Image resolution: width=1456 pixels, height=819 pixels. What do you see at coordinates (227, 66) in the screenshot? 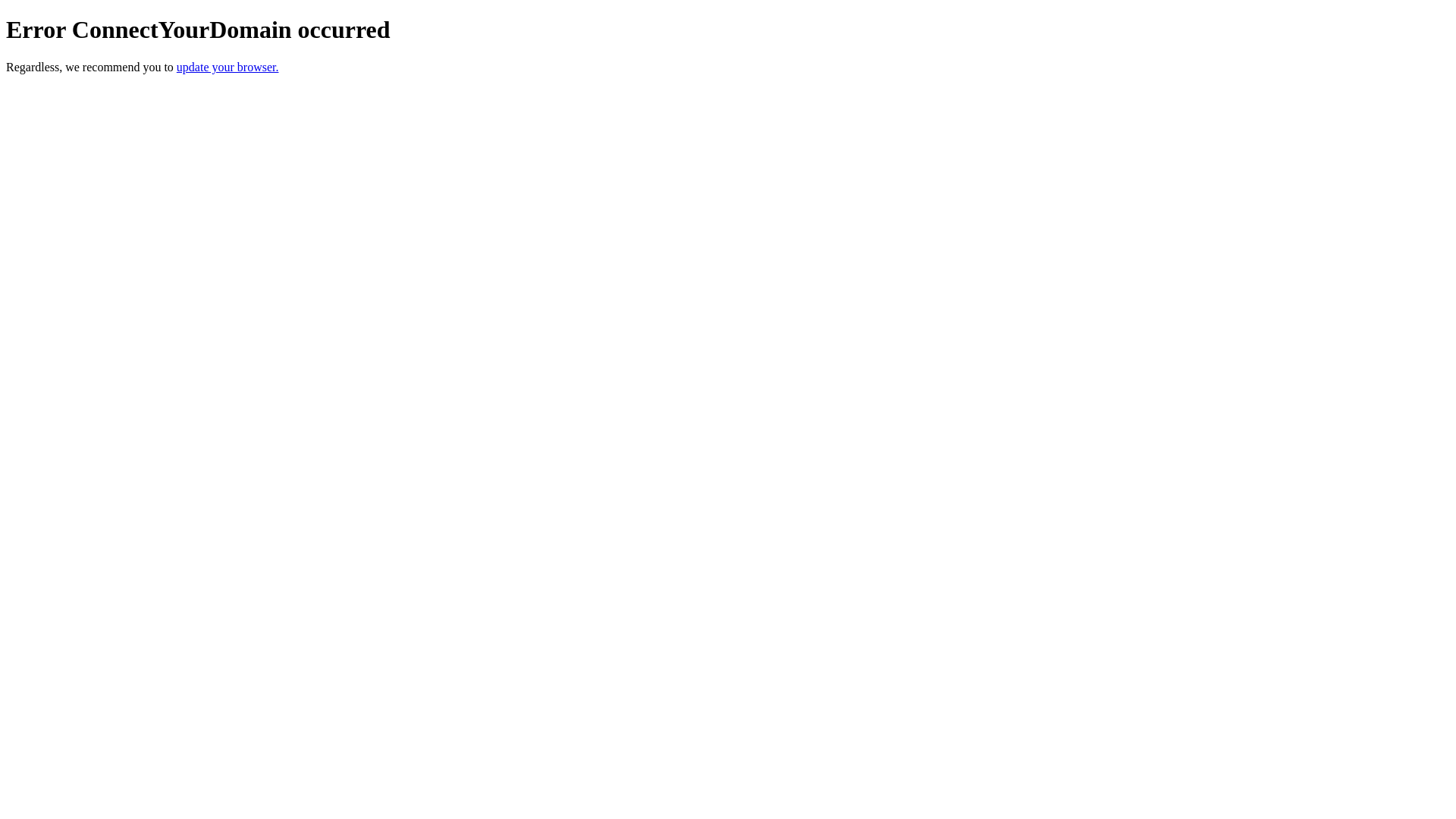
I see `'update your browser.'` at bounding box center [227, 66].